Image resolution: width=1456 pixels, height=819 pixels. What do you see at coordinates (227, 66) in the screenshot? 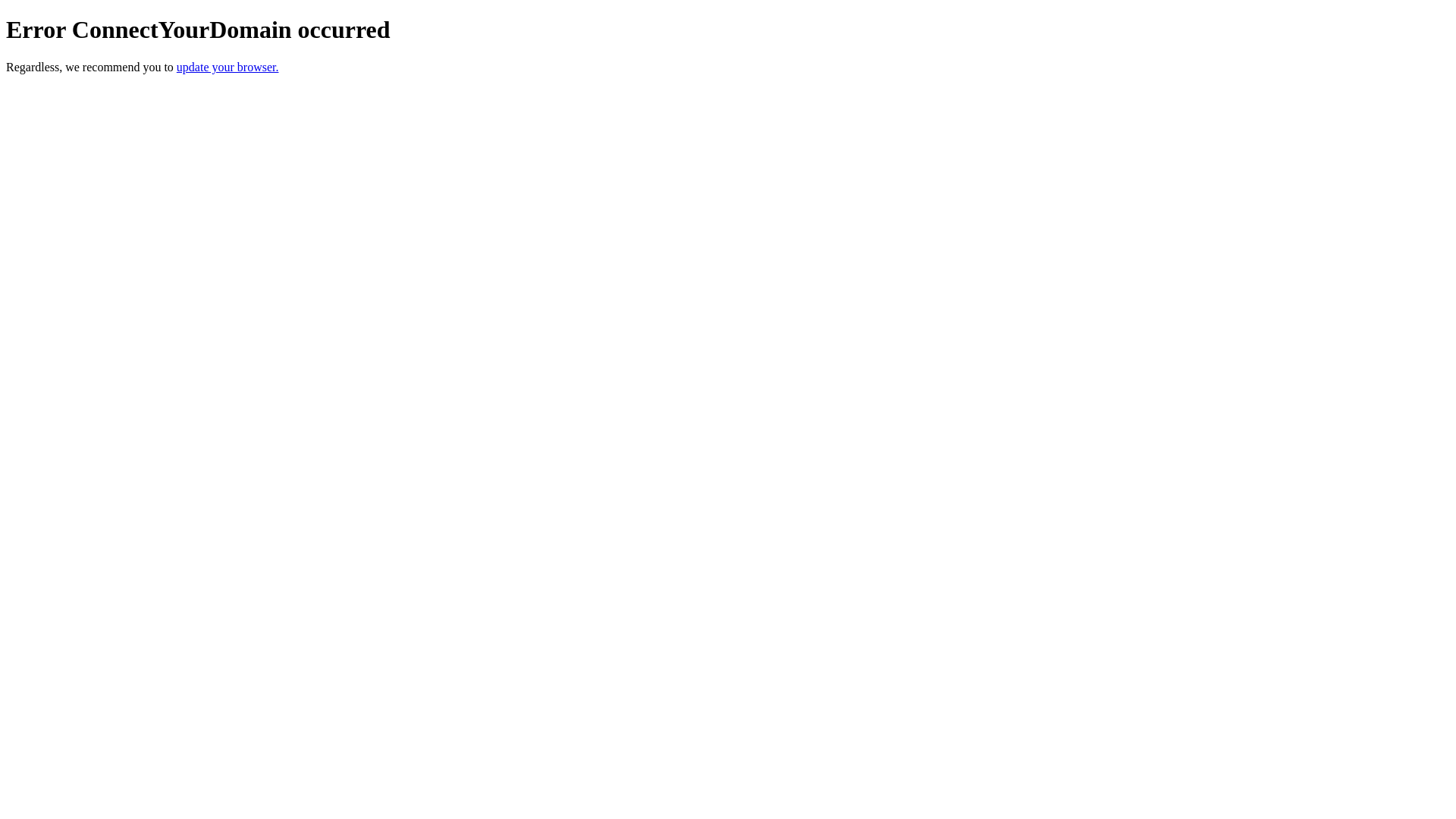
I see `'update your browser.'` at bounding box center [227, 66].